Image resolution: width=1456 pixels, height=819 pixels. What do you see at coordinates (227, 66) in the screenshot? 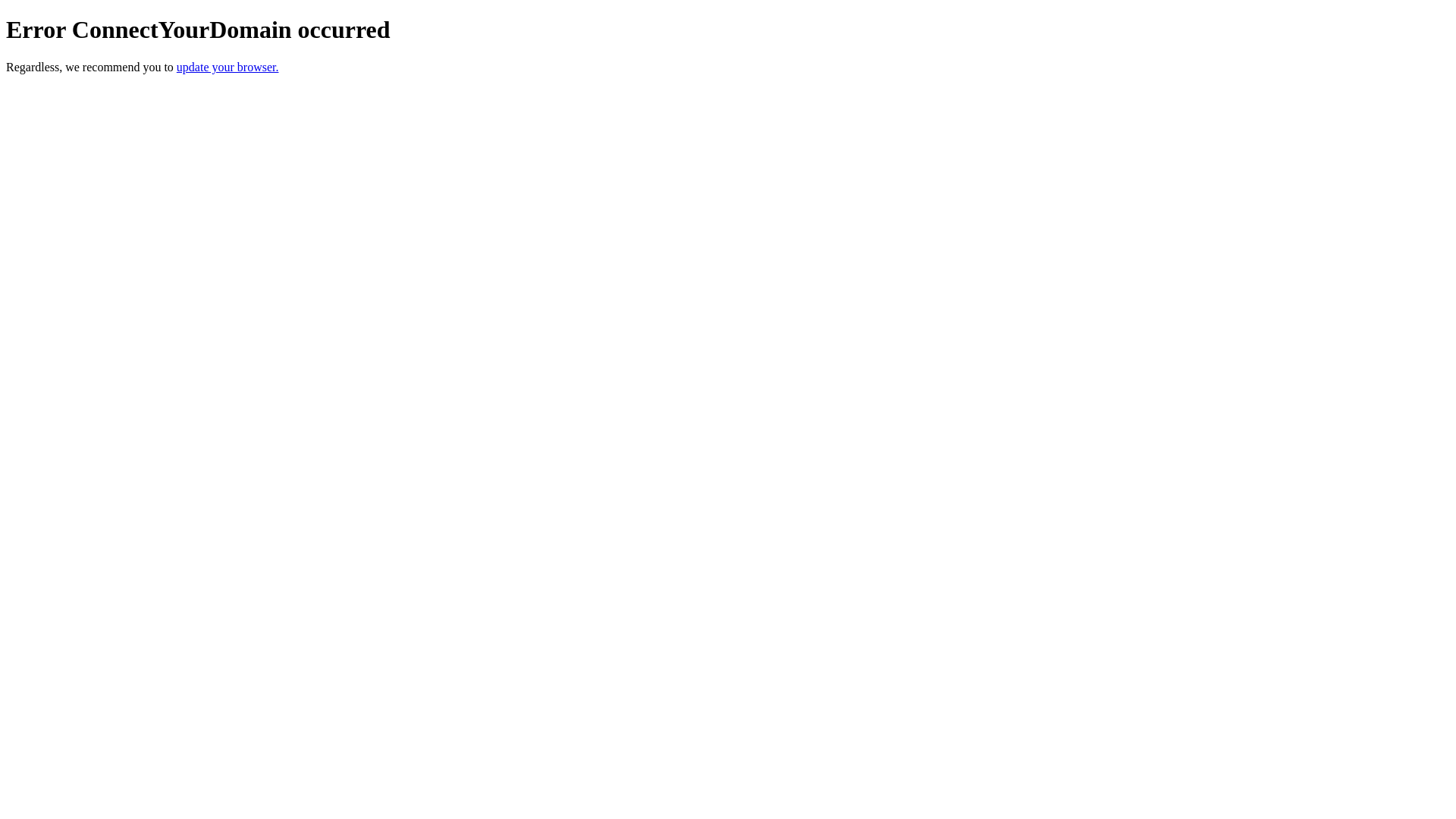
I see `'update your browser.'` at bounding box center [227, 66].